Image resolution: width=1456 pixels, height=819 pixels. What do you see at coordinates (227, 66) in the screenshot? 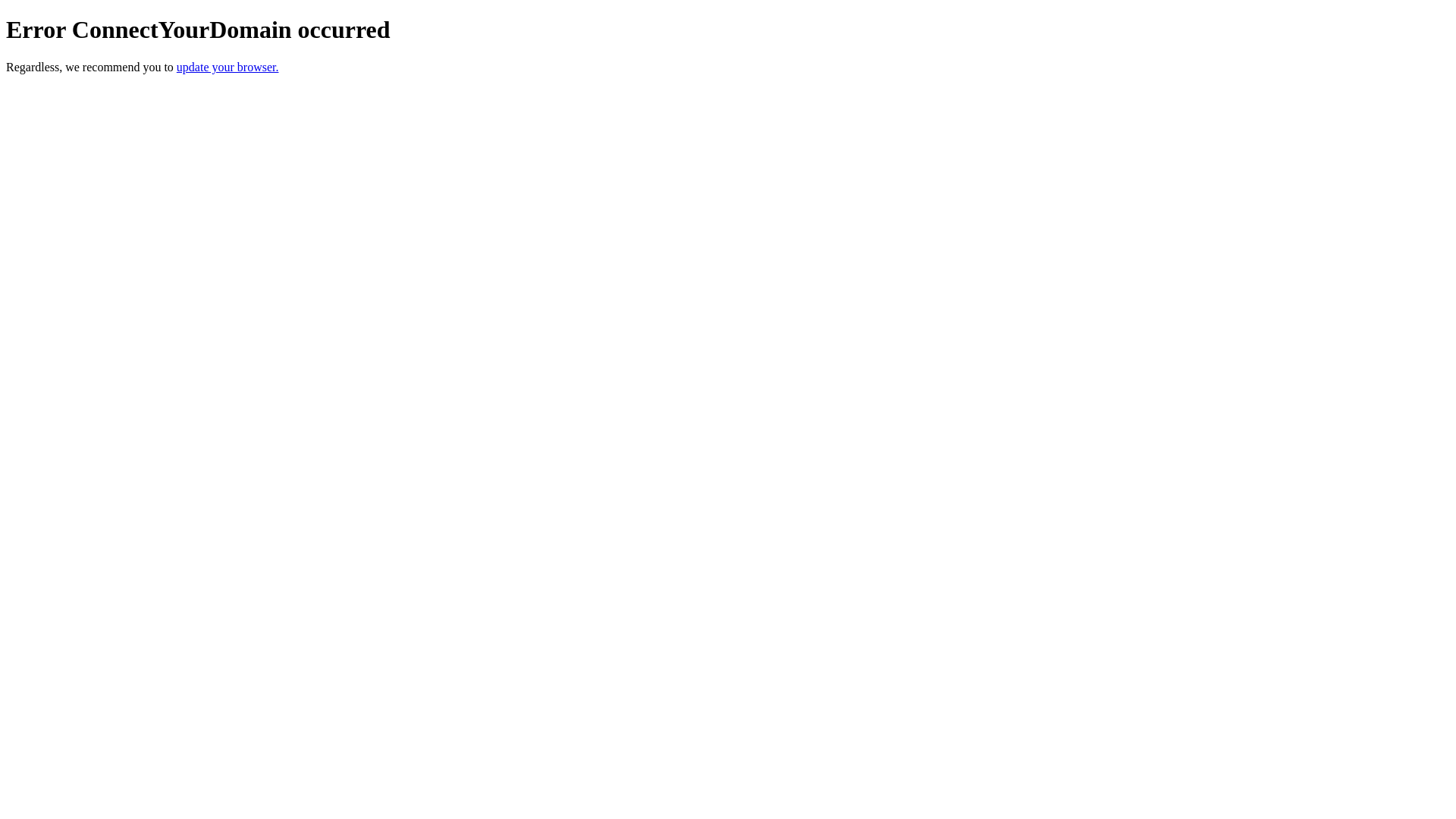
I see `'update your browser.'` at bounding box center [227, 66].